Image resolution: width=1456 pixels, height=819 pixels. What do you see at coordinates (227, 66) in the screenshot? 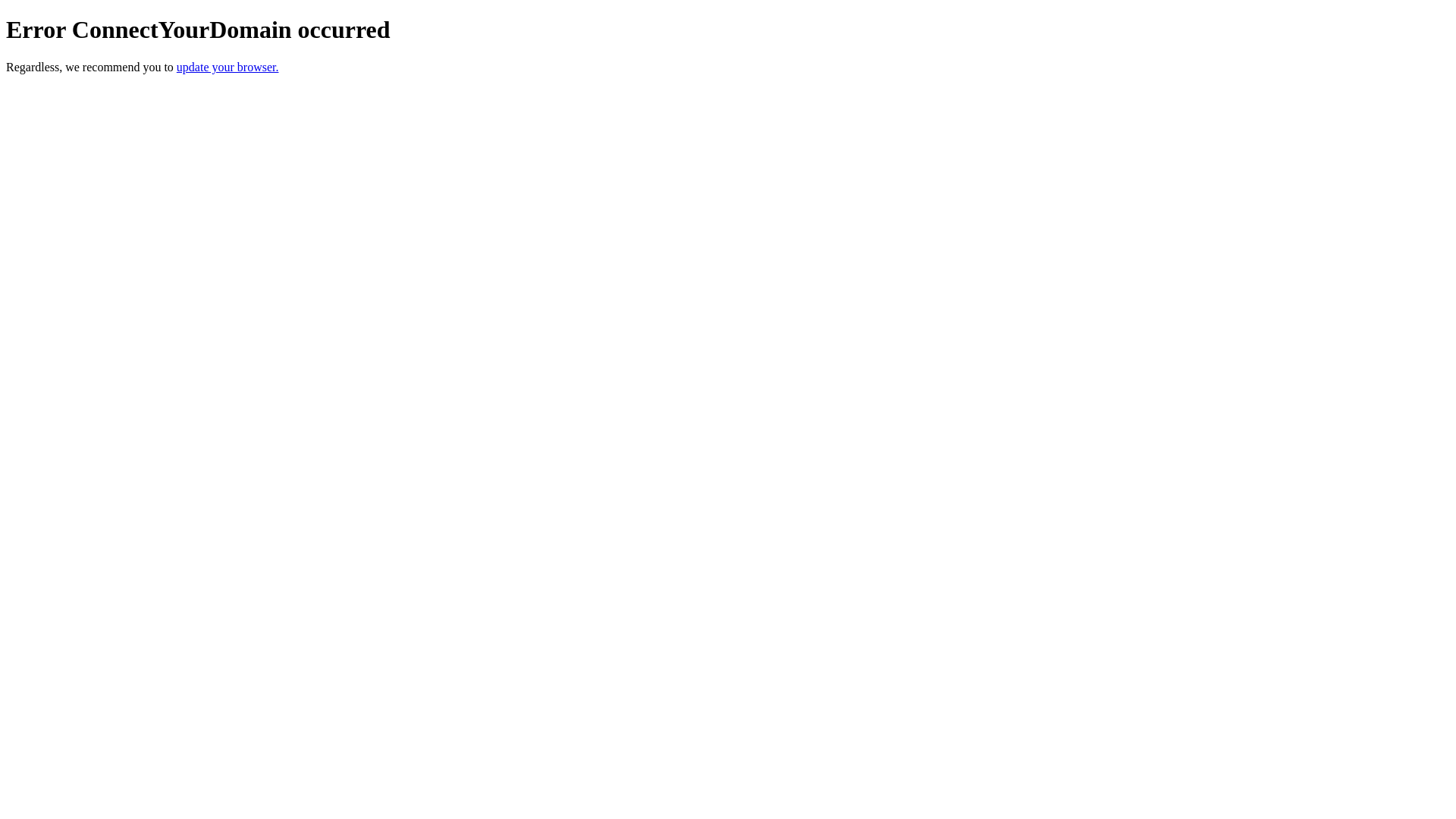
I see `'update your browser.'` at bounding box center [227, 66].